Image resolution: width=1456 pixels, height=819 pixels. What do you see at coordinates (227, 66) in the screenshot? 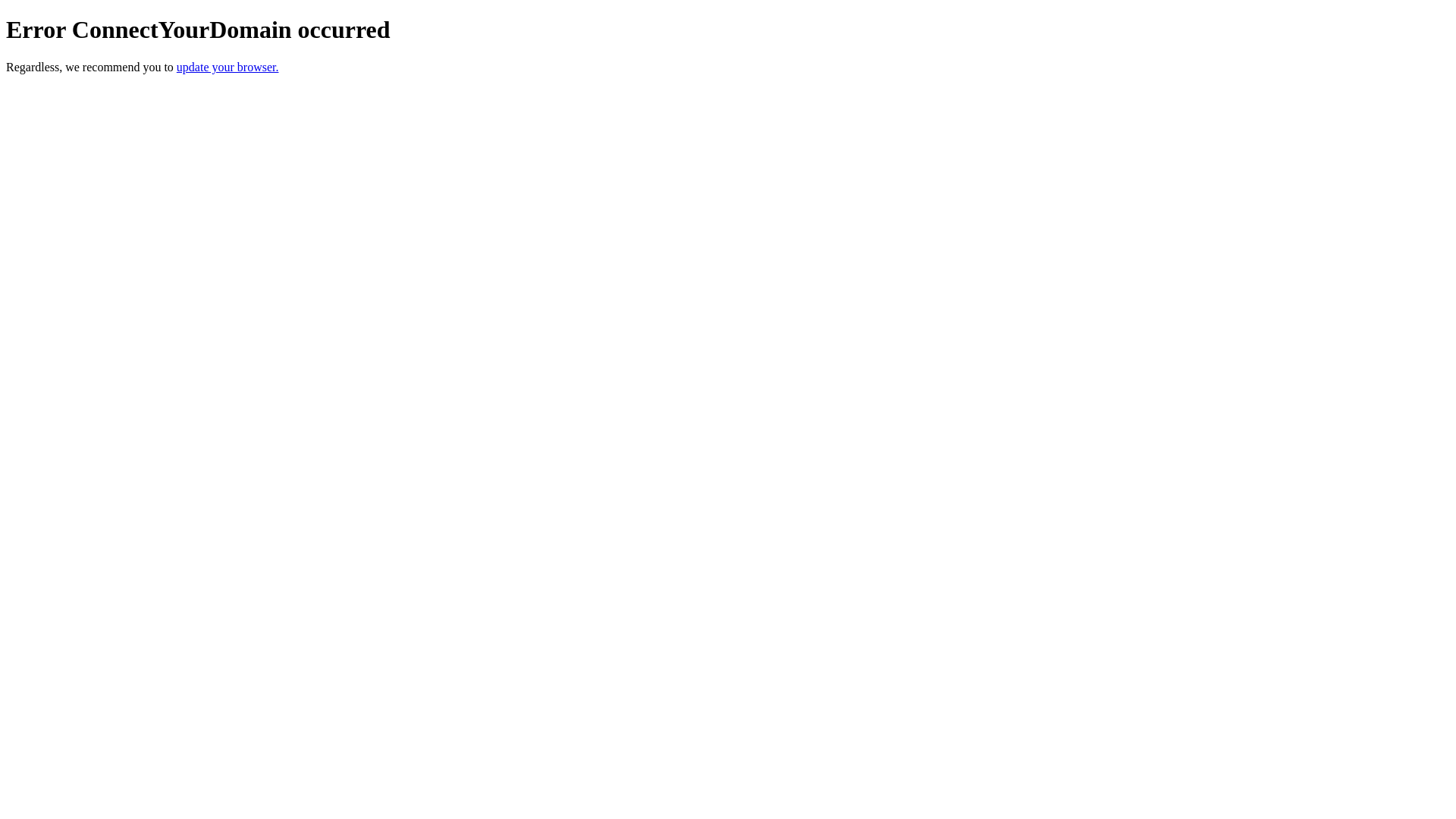
I see `'update your browser.'` at bounding box center [227, 66].